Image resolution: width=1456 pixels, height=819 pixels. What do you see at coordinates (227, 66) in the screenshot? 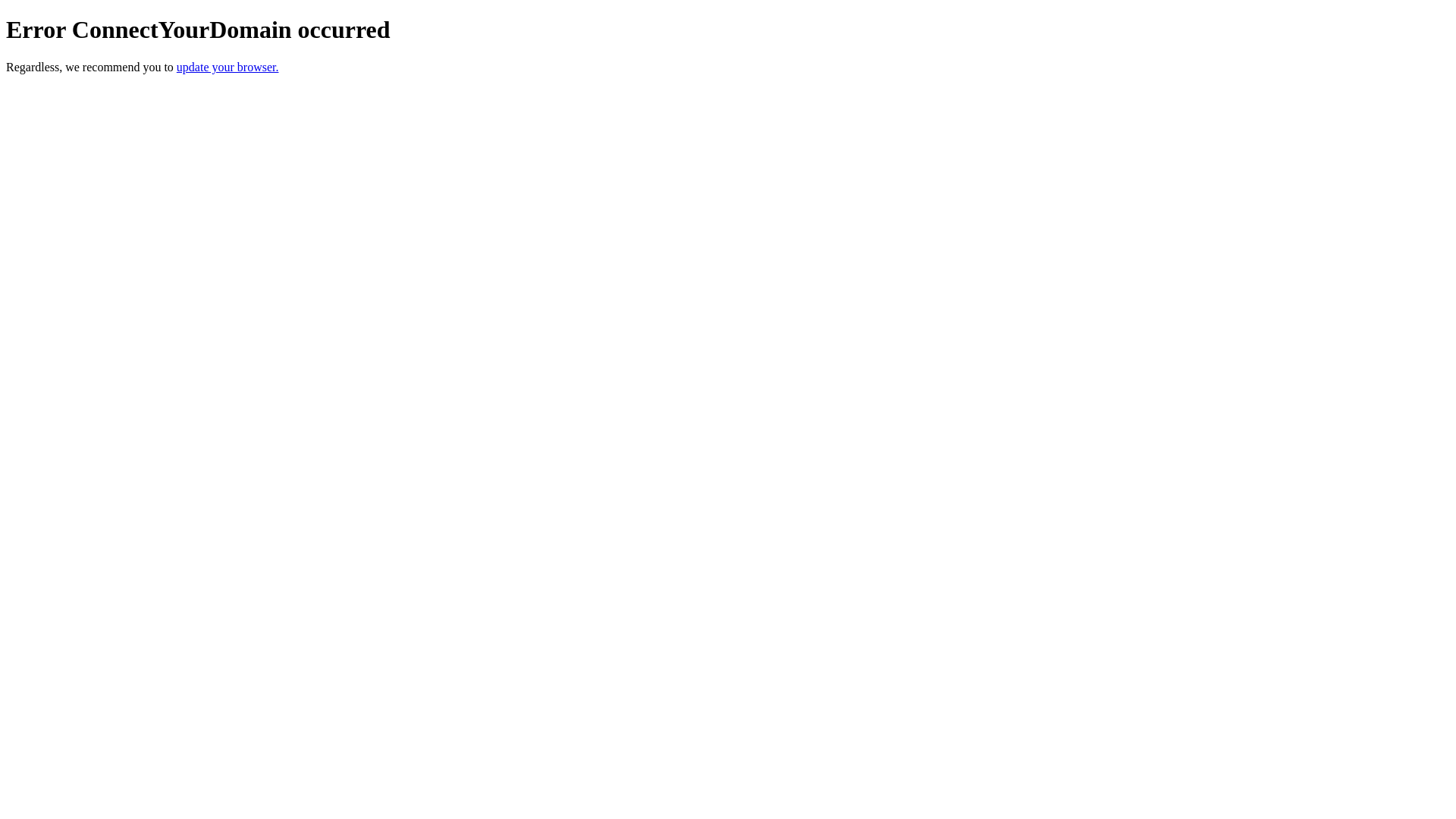
I see `'update your browser.'` at bounding box center [227, 66].